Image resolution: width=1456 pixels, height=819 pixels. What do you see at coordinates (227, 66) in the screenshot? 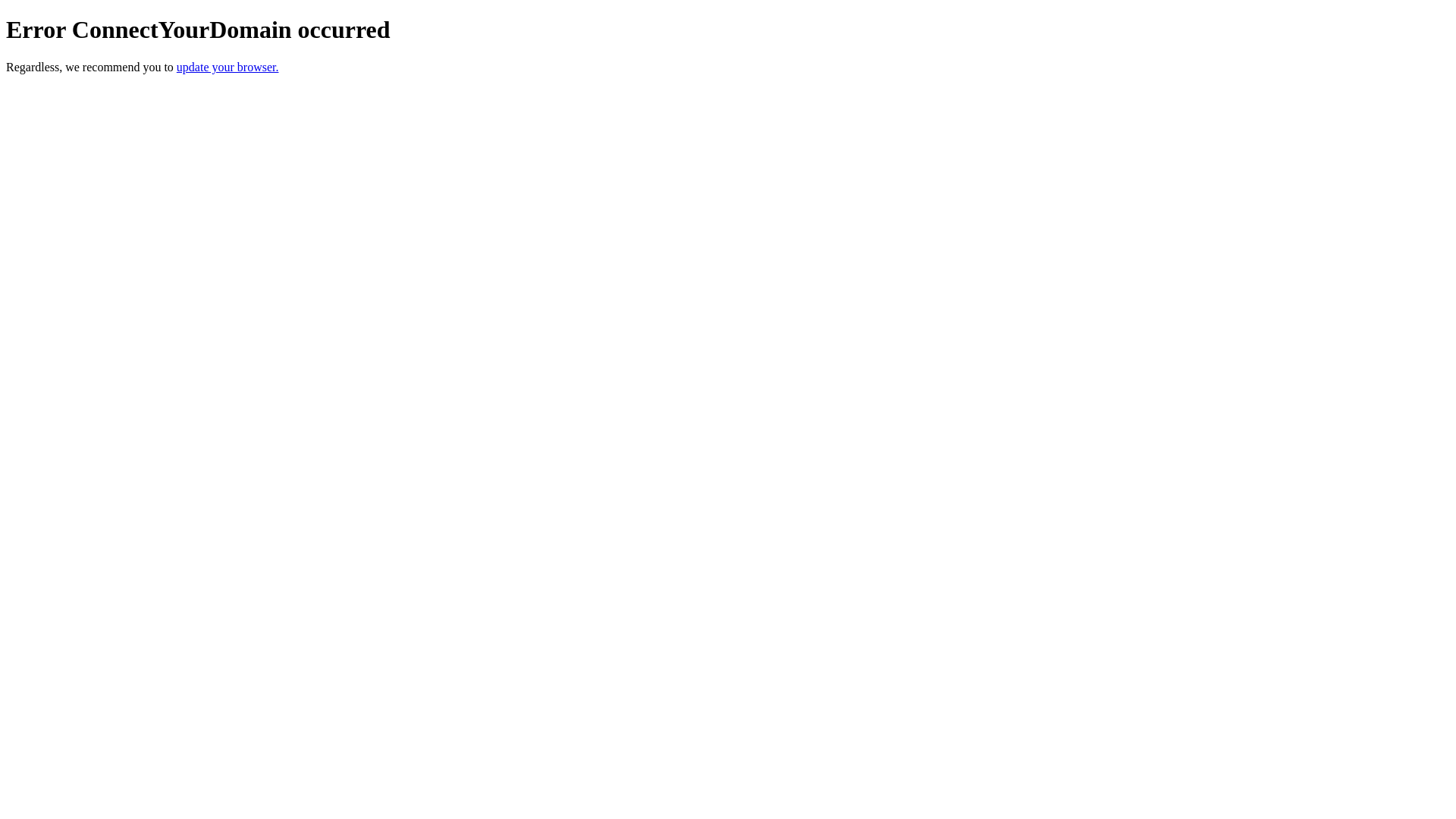
I see `'update your browser.'` at bounding box center [227, 66].